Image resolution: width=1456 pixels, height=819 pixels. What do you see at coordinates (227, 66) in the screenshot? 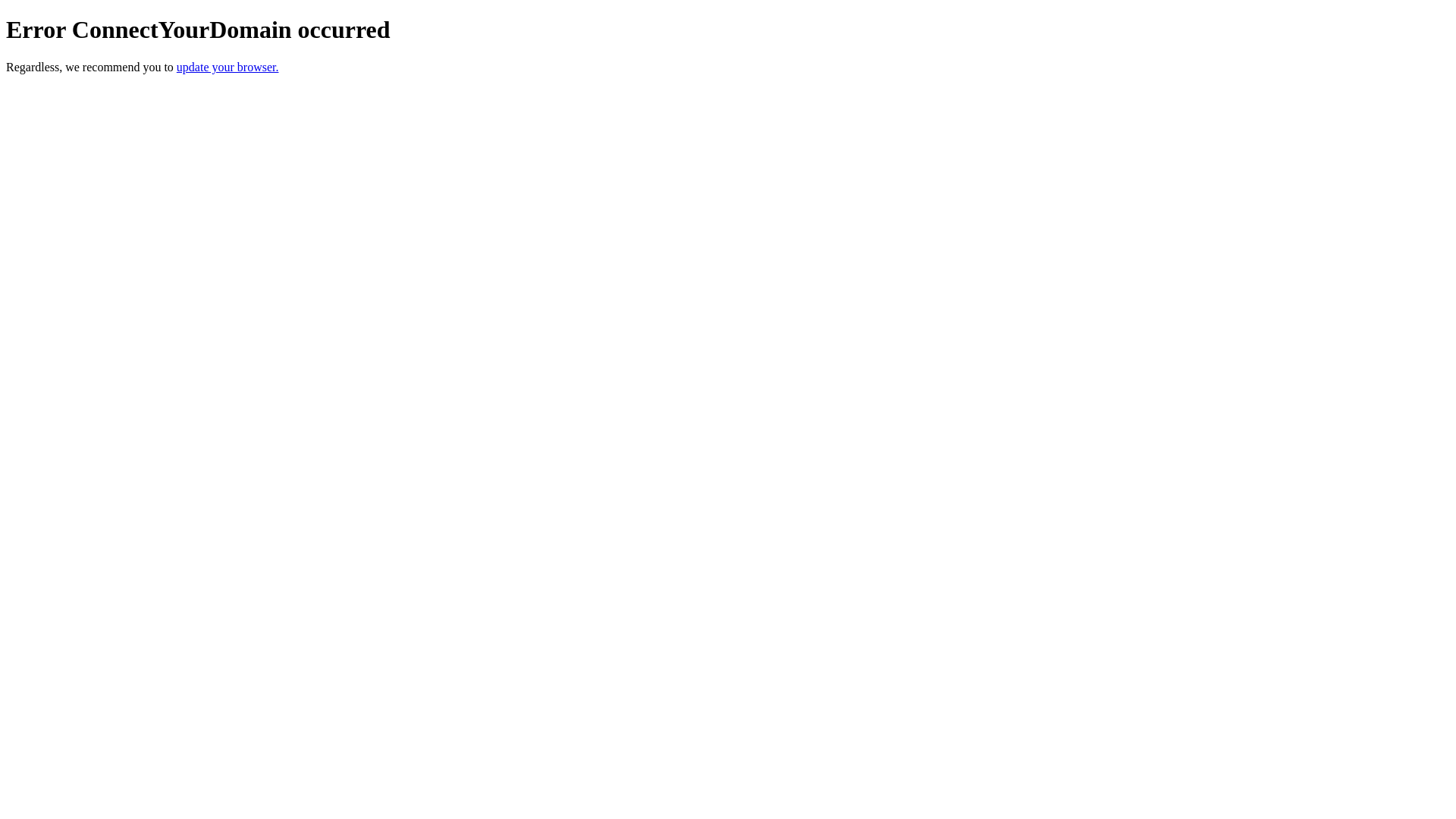
I see `'update your browser.'` at bounding box center [227, 66].